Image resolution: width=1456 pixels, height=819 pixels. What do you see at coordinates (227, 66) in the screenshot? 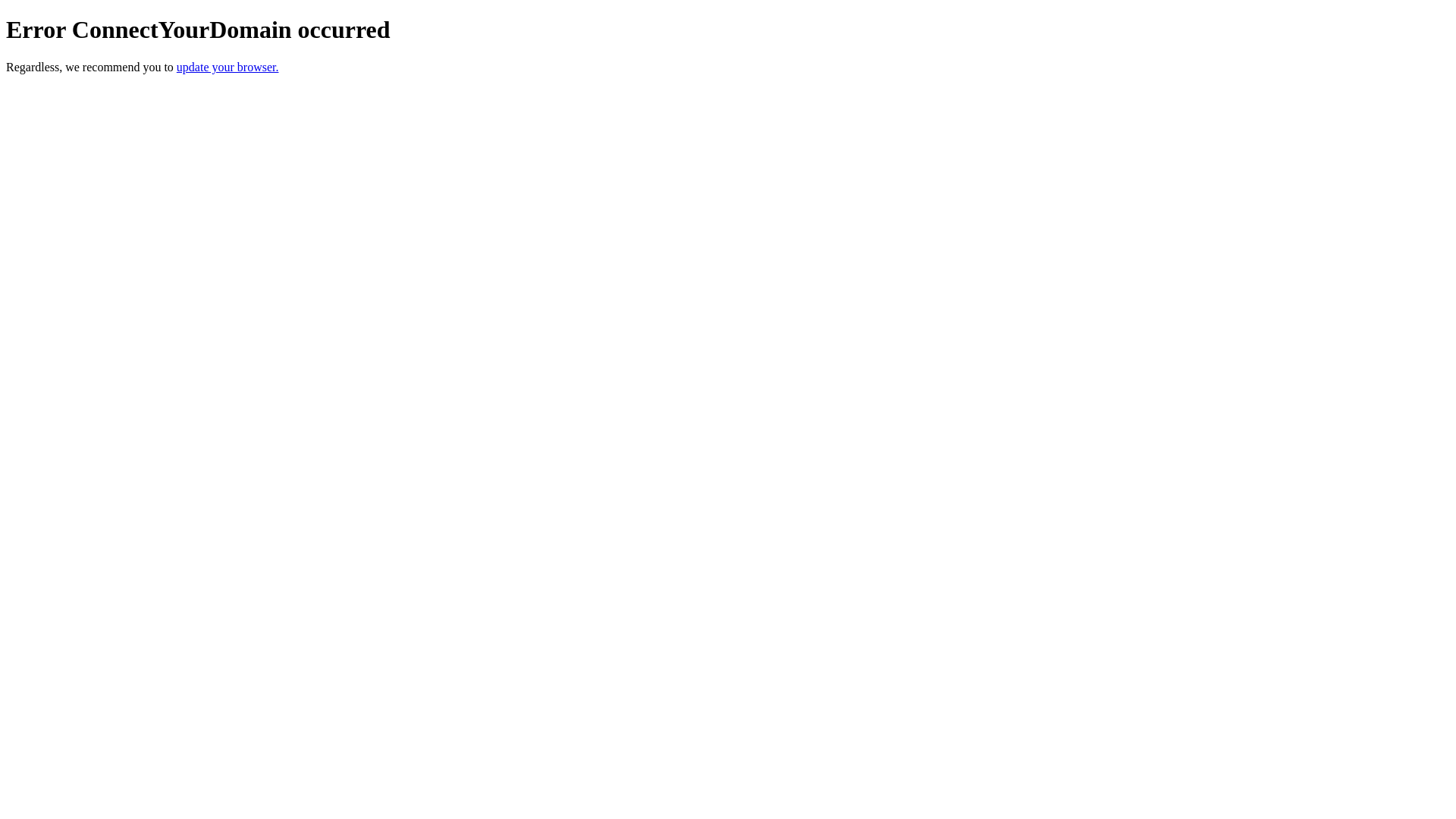
I see `'update your browser.'` at bounding box center [227, 66].